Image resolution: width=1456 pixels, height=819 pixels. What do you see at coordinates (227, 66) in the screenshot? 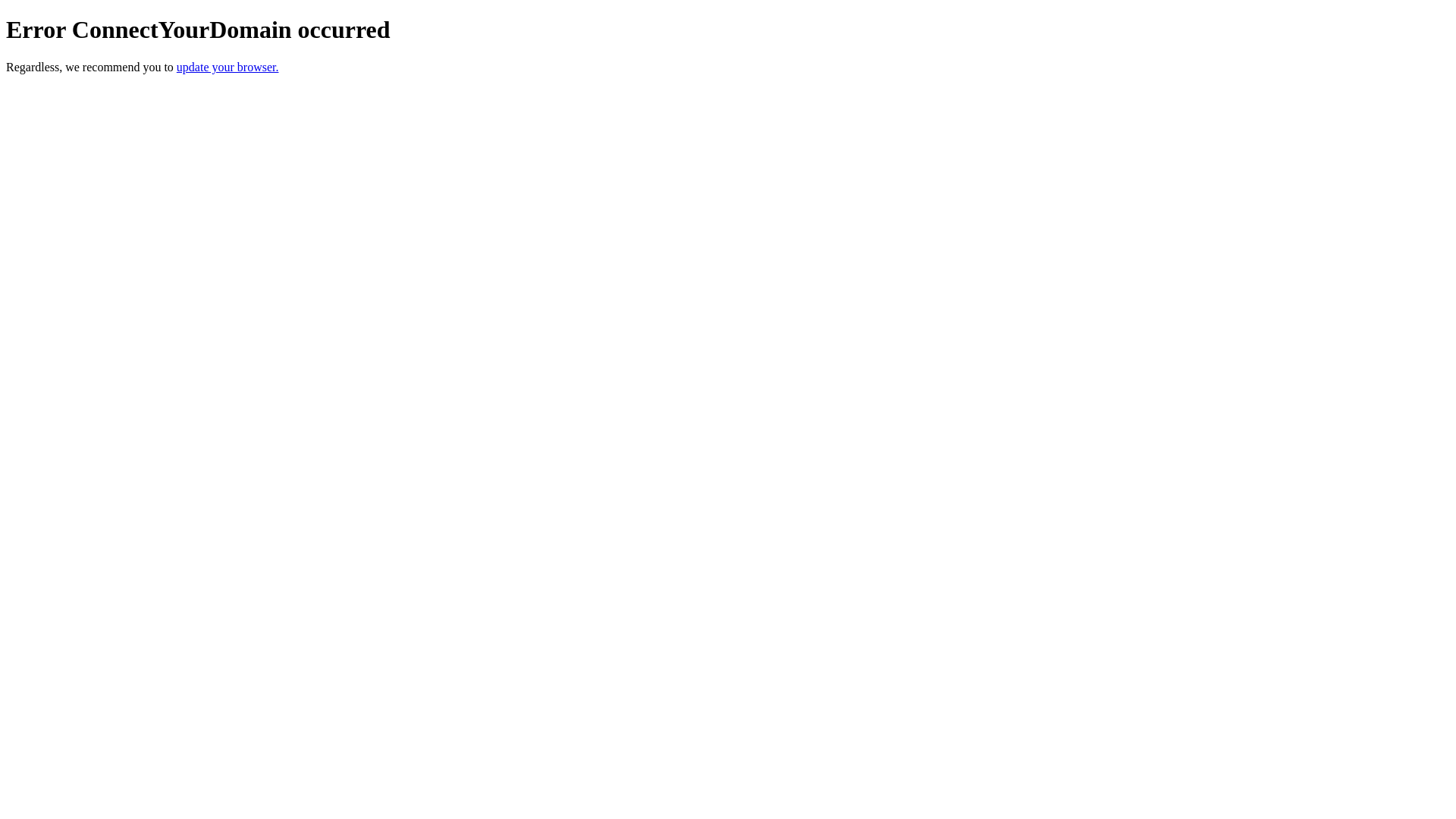
I see `'update your browser.'` at bounding box center [227, 66].